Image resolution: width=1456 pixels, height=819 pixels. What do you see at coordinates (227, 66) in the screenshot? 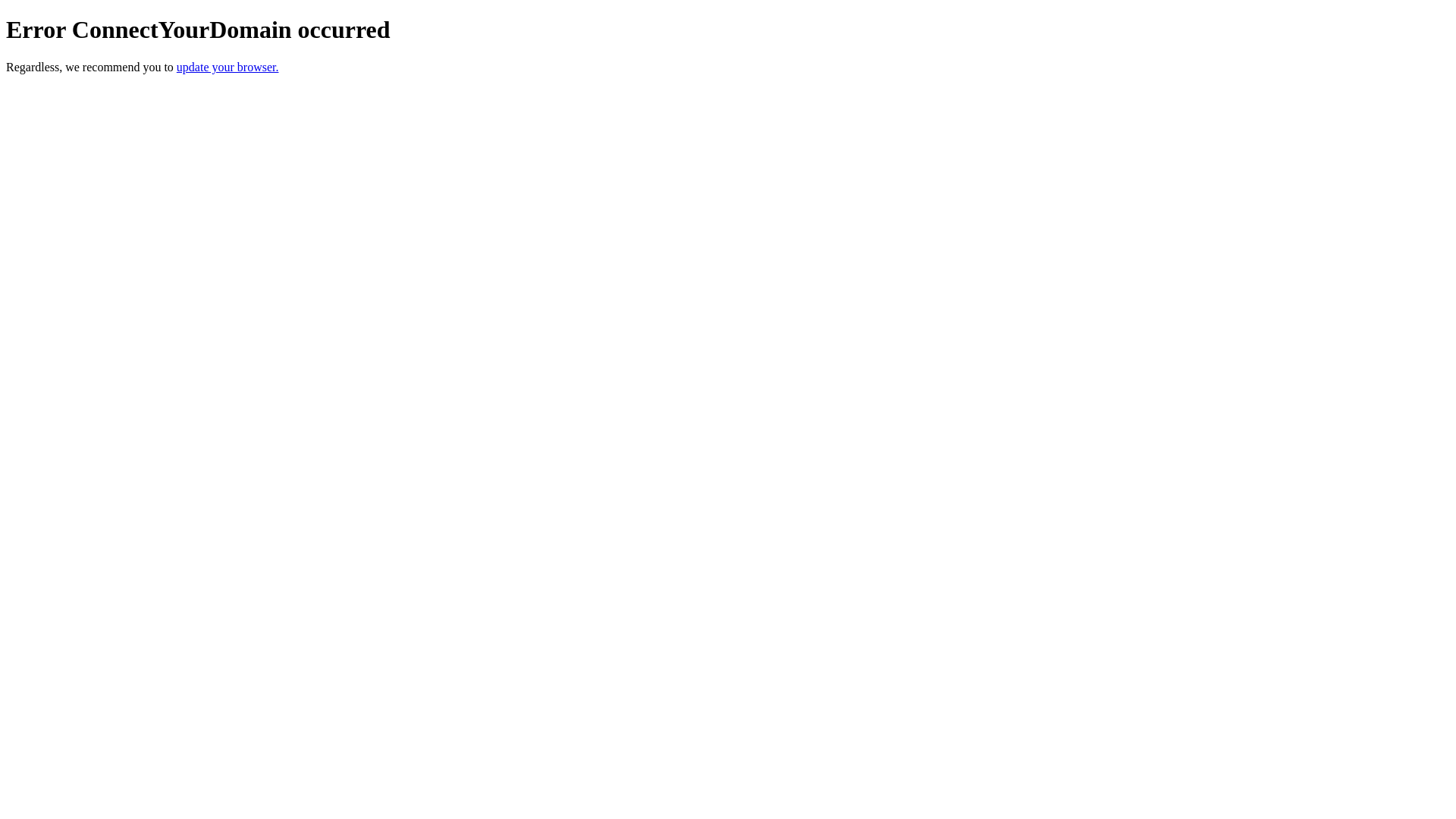
I see `'update your browser.'` at bounding box center [227, 66].